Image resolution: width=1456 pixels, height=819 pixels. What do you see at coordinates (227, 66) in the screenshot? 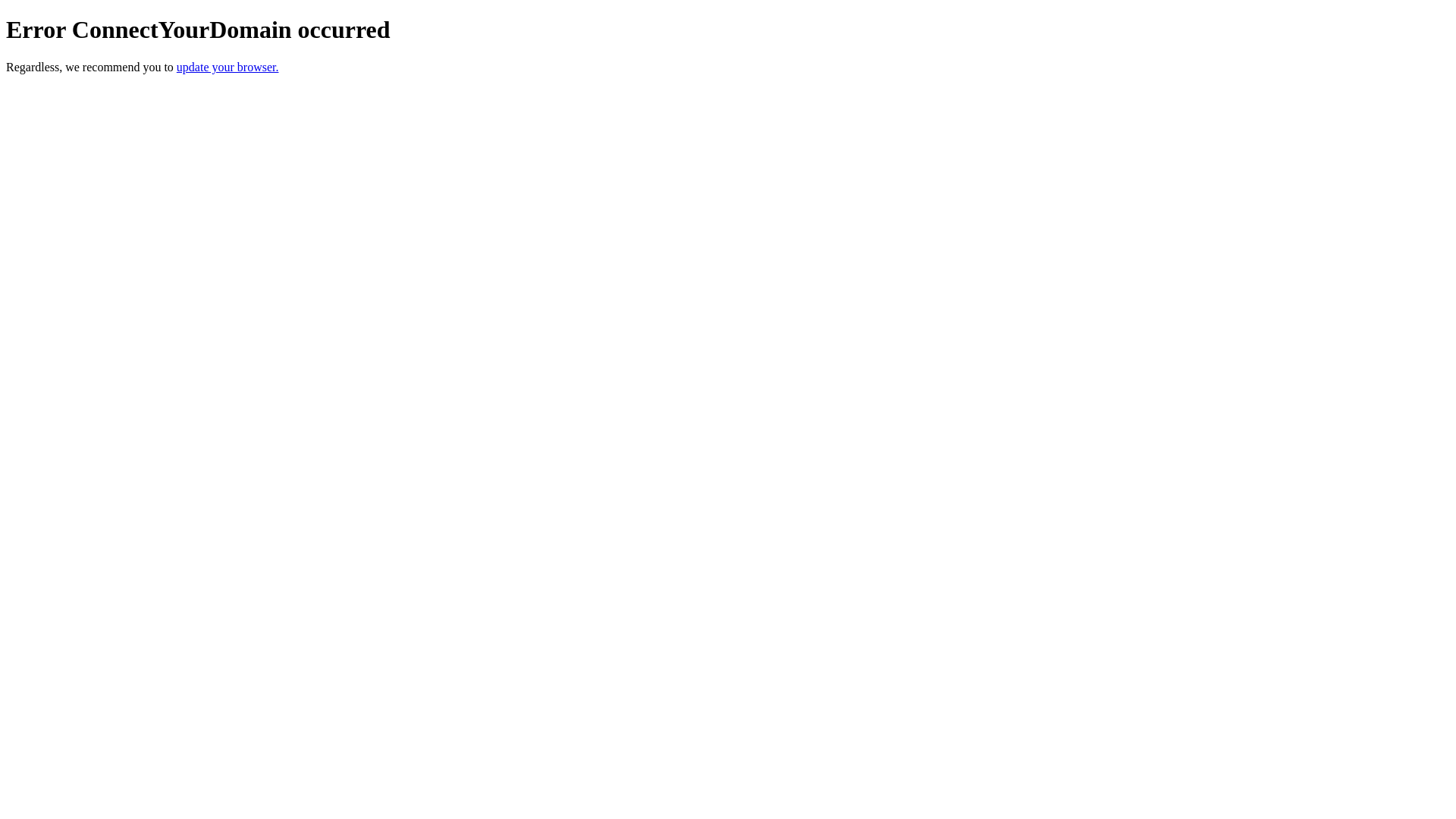
I see `'update your browser.'` at bounding box center [227, 66].